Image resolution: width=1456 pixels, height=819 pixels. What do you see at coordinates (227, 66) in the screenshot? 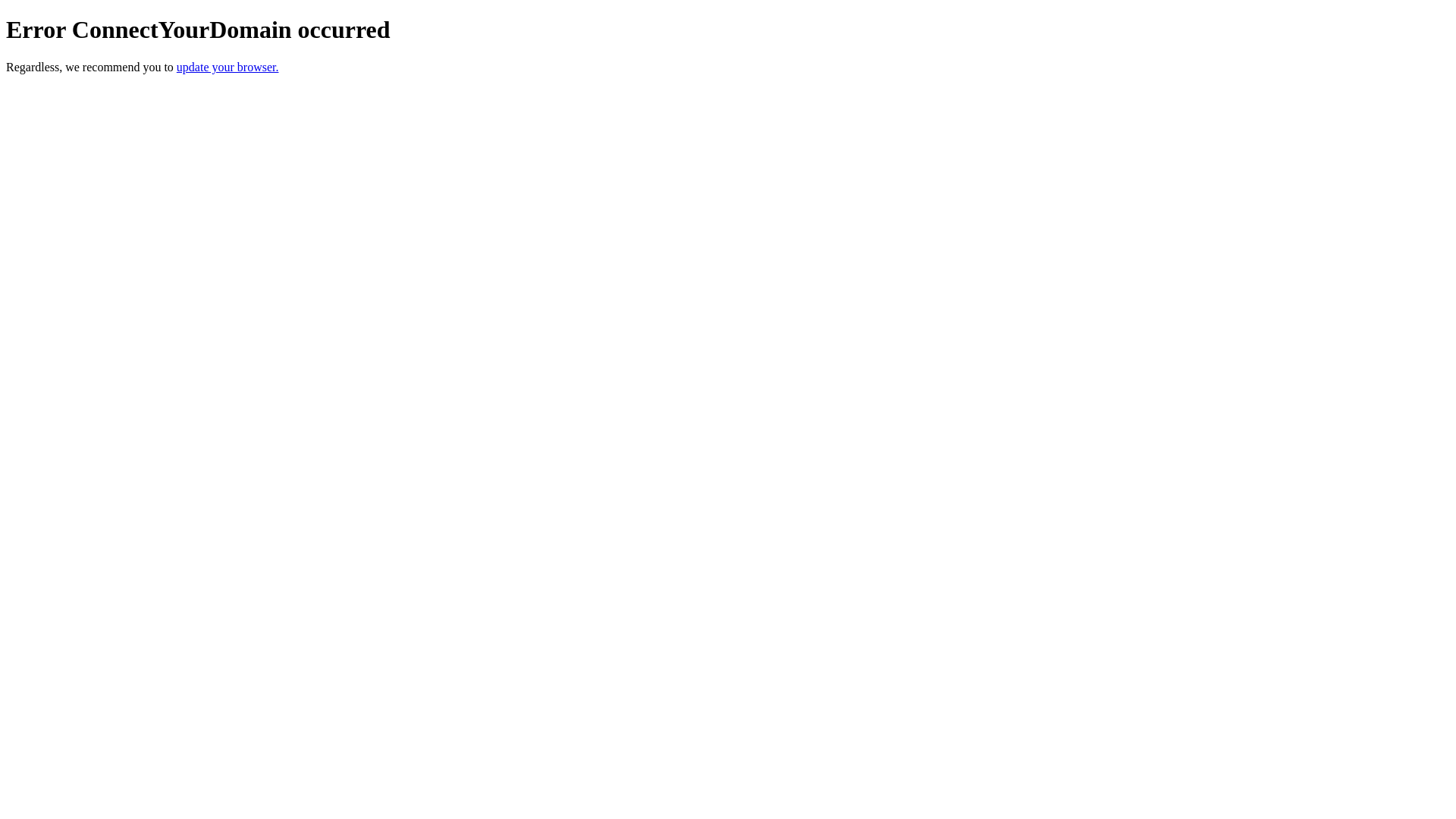
I see `'update your browser.'` at bounding box center [227, 66].